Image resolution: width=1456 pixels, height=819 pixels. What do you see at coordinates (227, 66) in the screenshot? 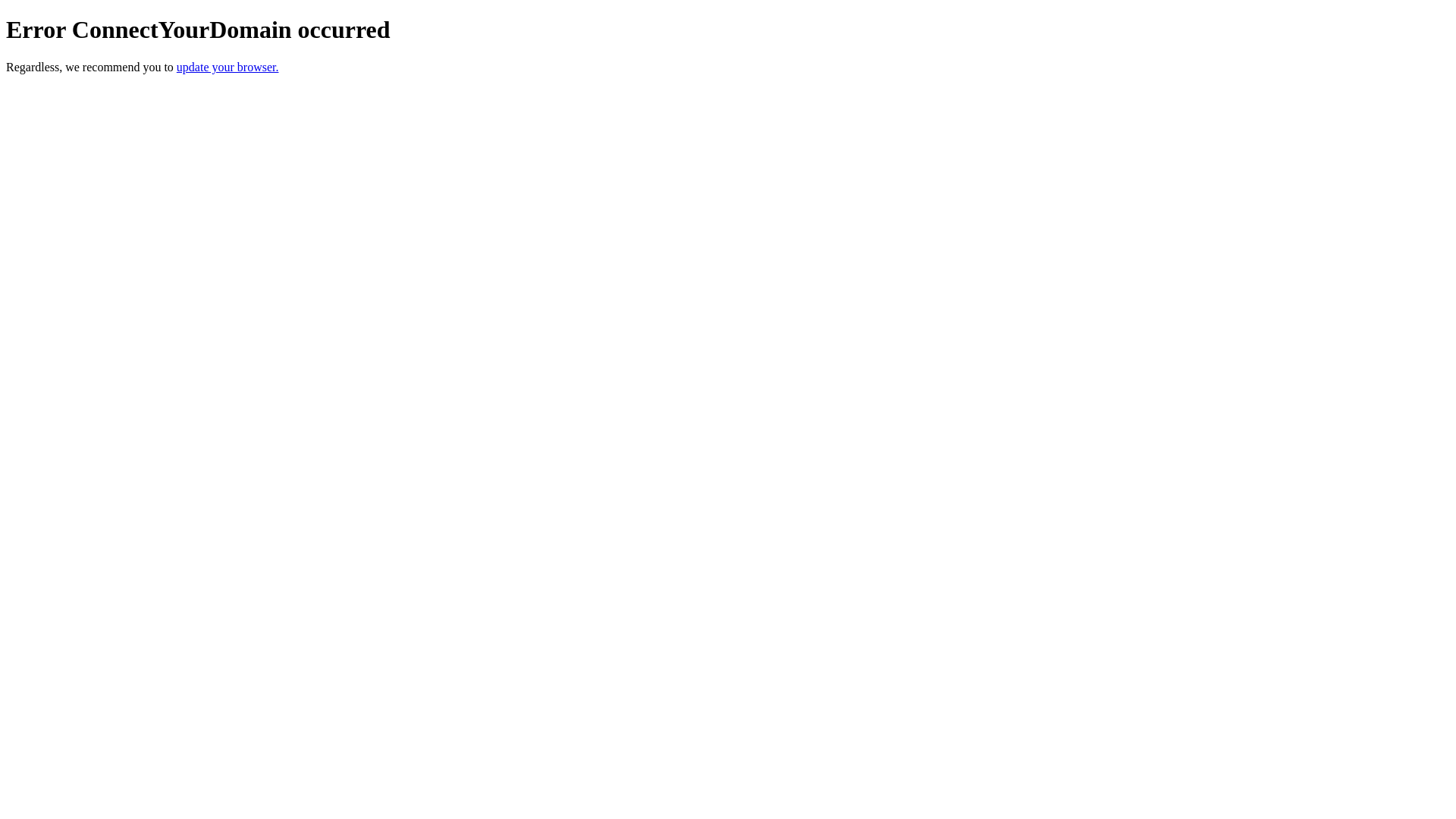
I see `'update your browser.'` at bounding box center [227, 66].